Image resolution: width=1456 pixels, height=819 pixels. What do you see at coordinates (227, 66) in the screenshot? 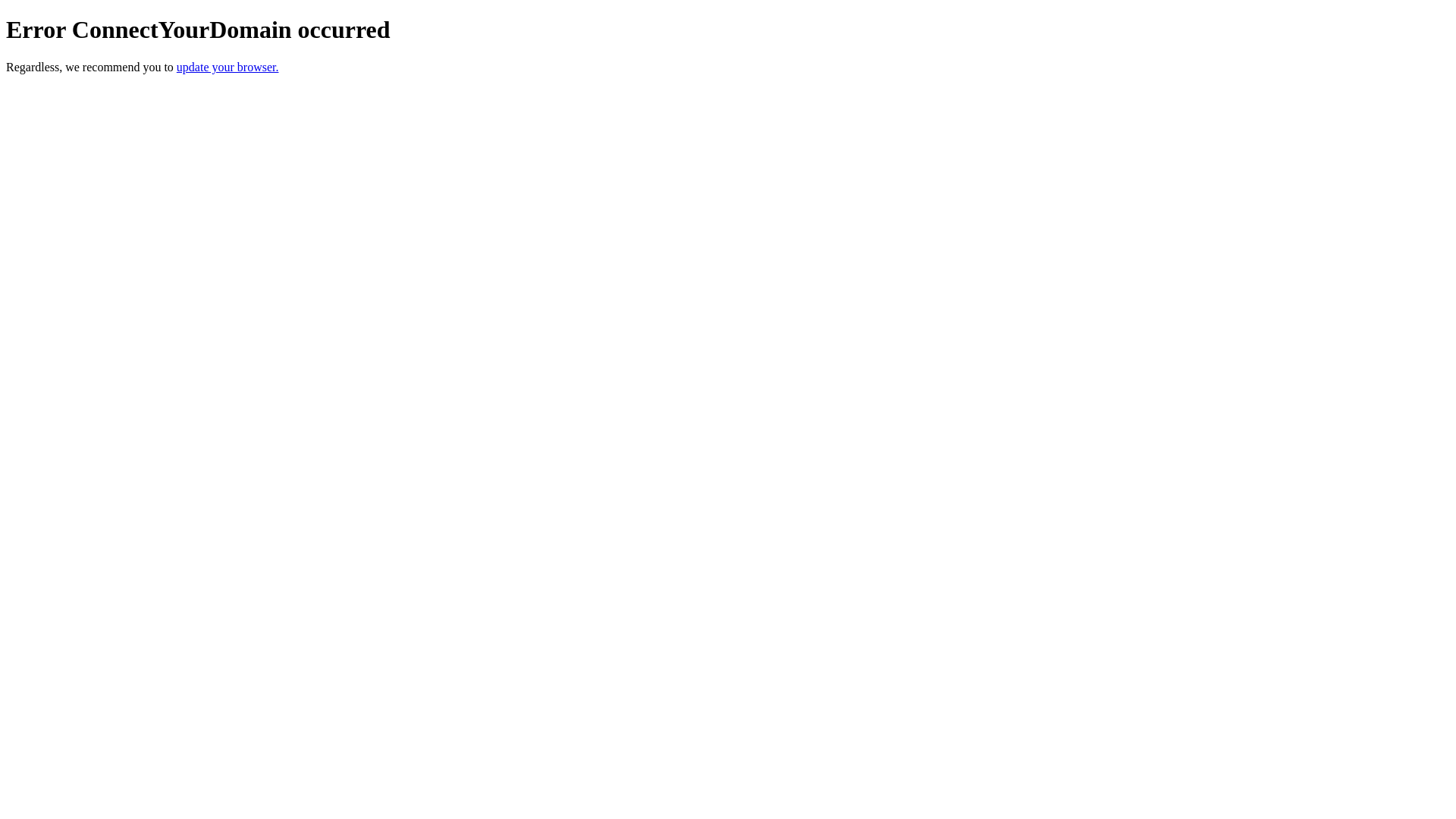
I see `'update your browser.'` at bounding box center [227, 66].